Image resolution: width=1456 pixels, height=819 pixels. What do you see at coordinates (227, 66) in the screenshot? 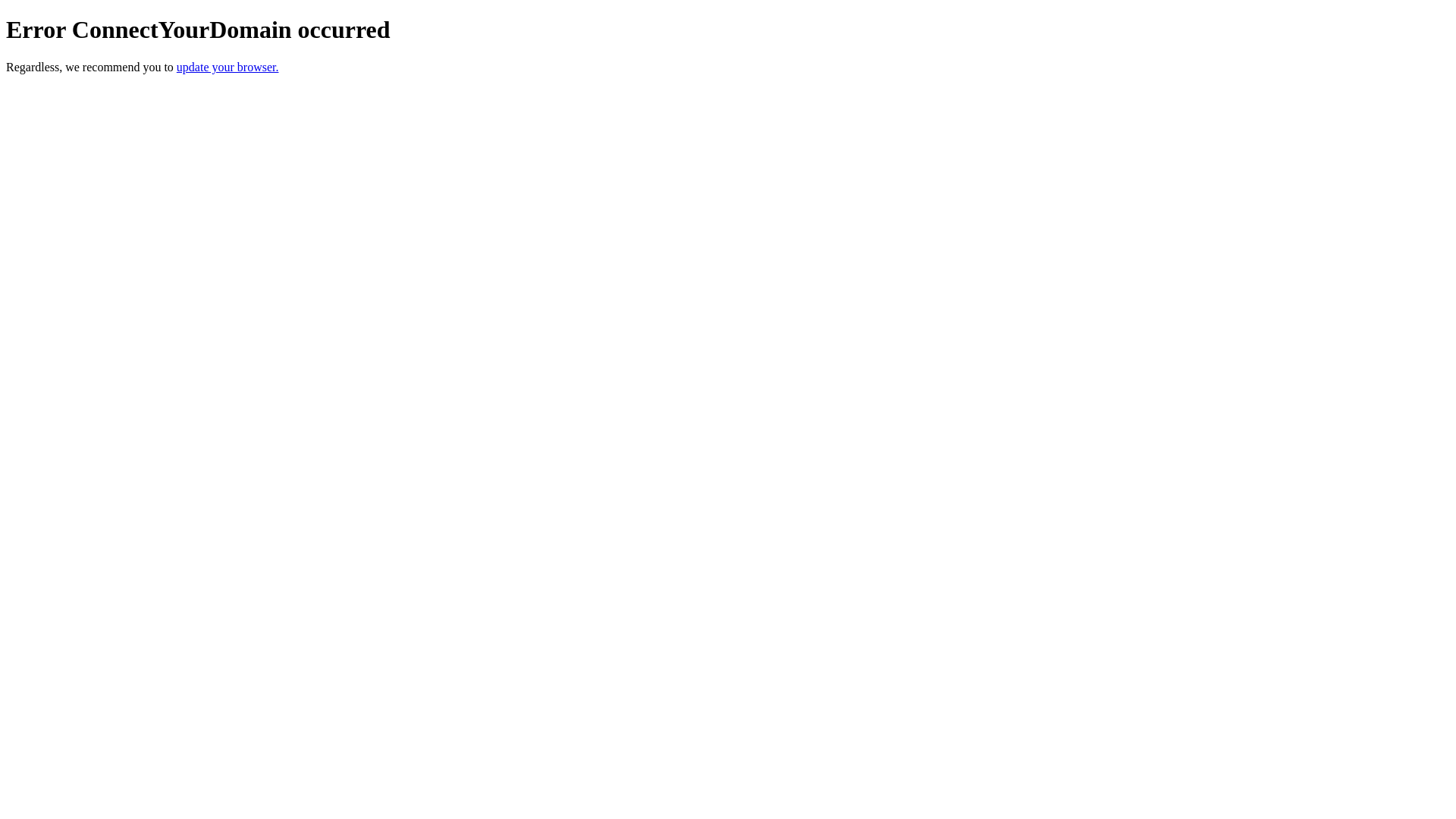
I see `'update your browser.'` at bounding box center [227, 66].